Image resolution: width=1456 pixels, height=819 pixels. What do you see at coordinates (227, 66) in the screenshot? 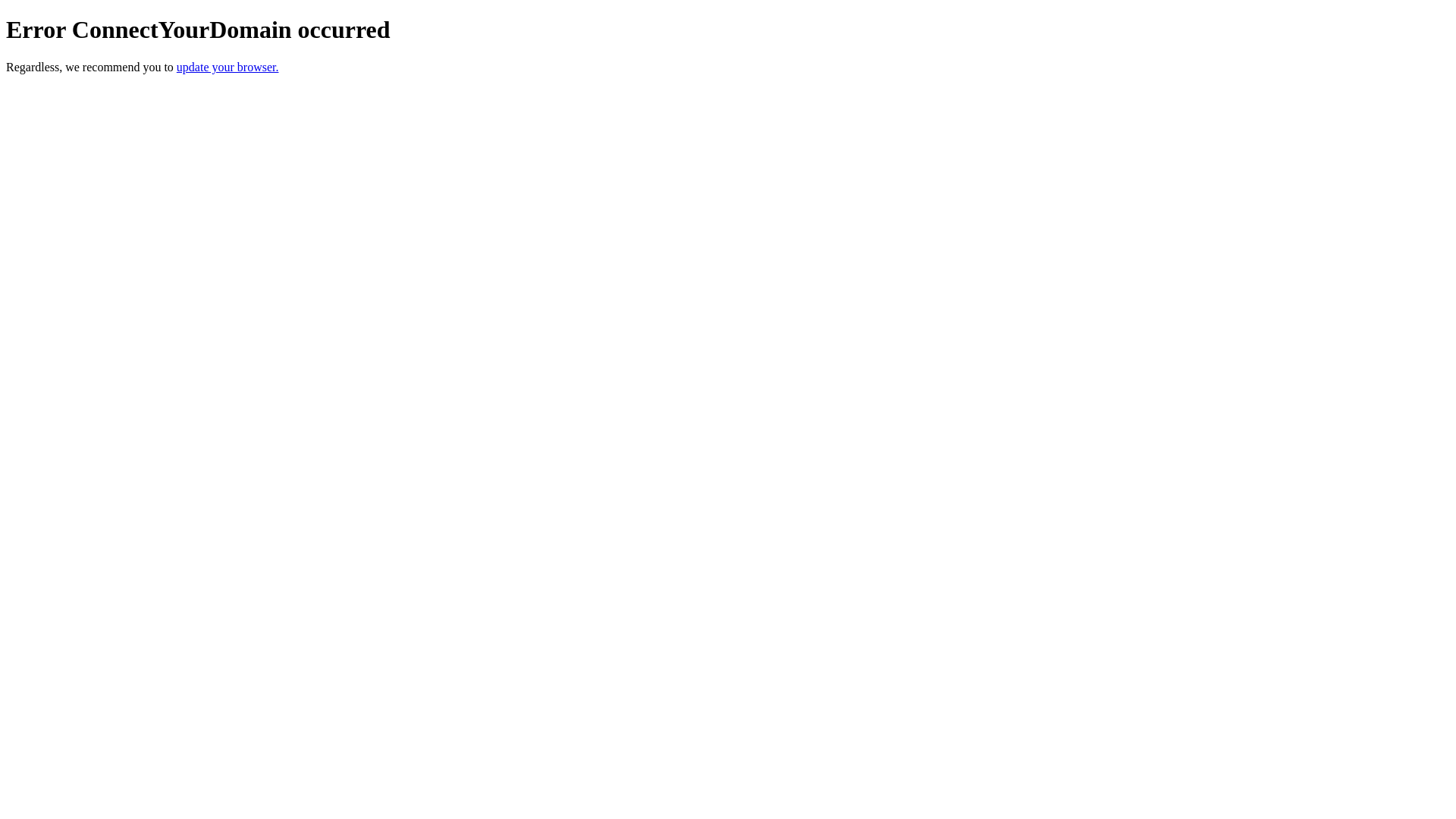
I see `'update your browser.'` at bounding box center [227, 66].